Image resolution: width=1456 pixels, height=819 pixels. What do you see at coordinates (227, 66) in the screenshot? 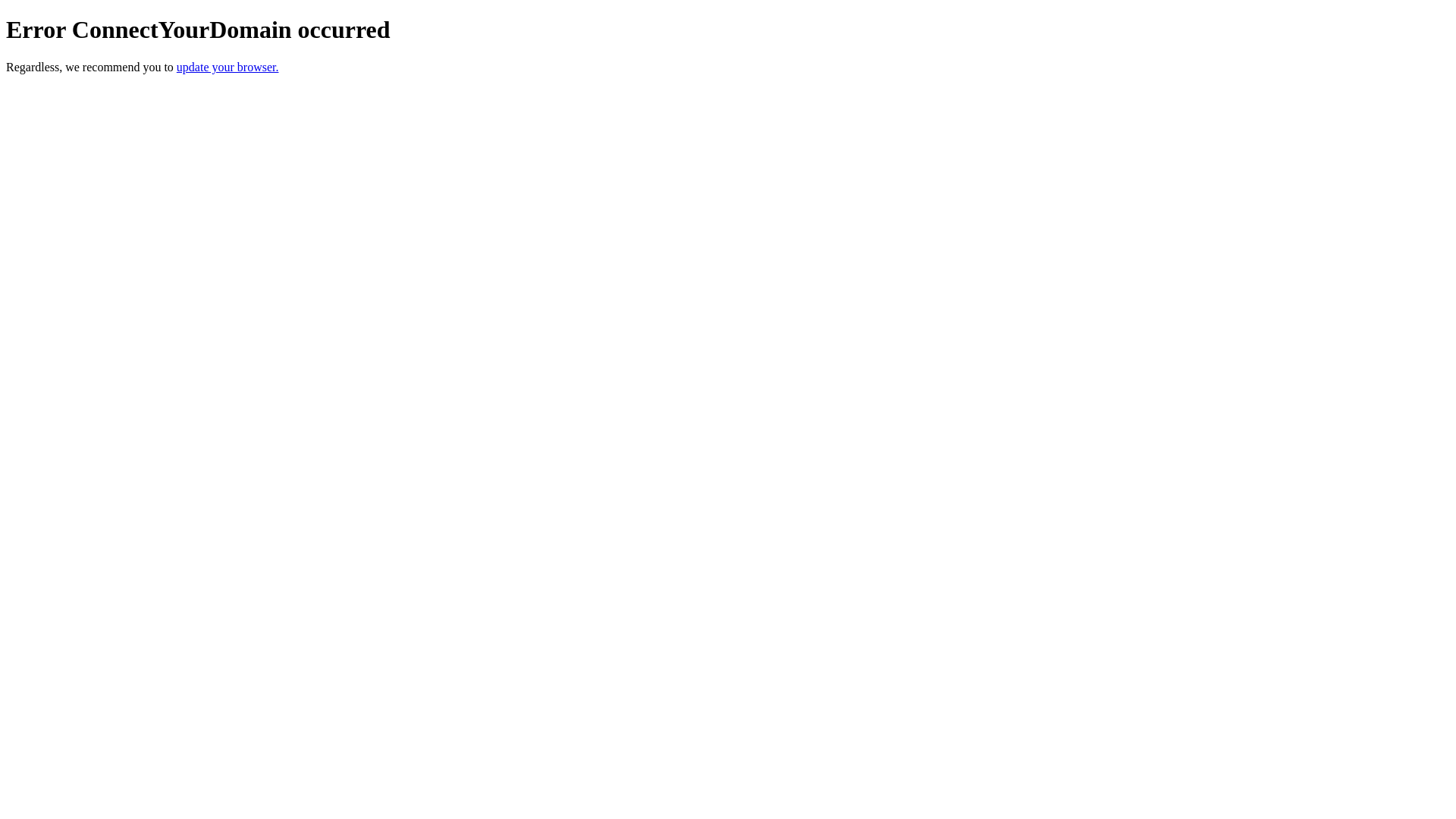
I see `'update your browser.'` at bounding box center [227, 66].